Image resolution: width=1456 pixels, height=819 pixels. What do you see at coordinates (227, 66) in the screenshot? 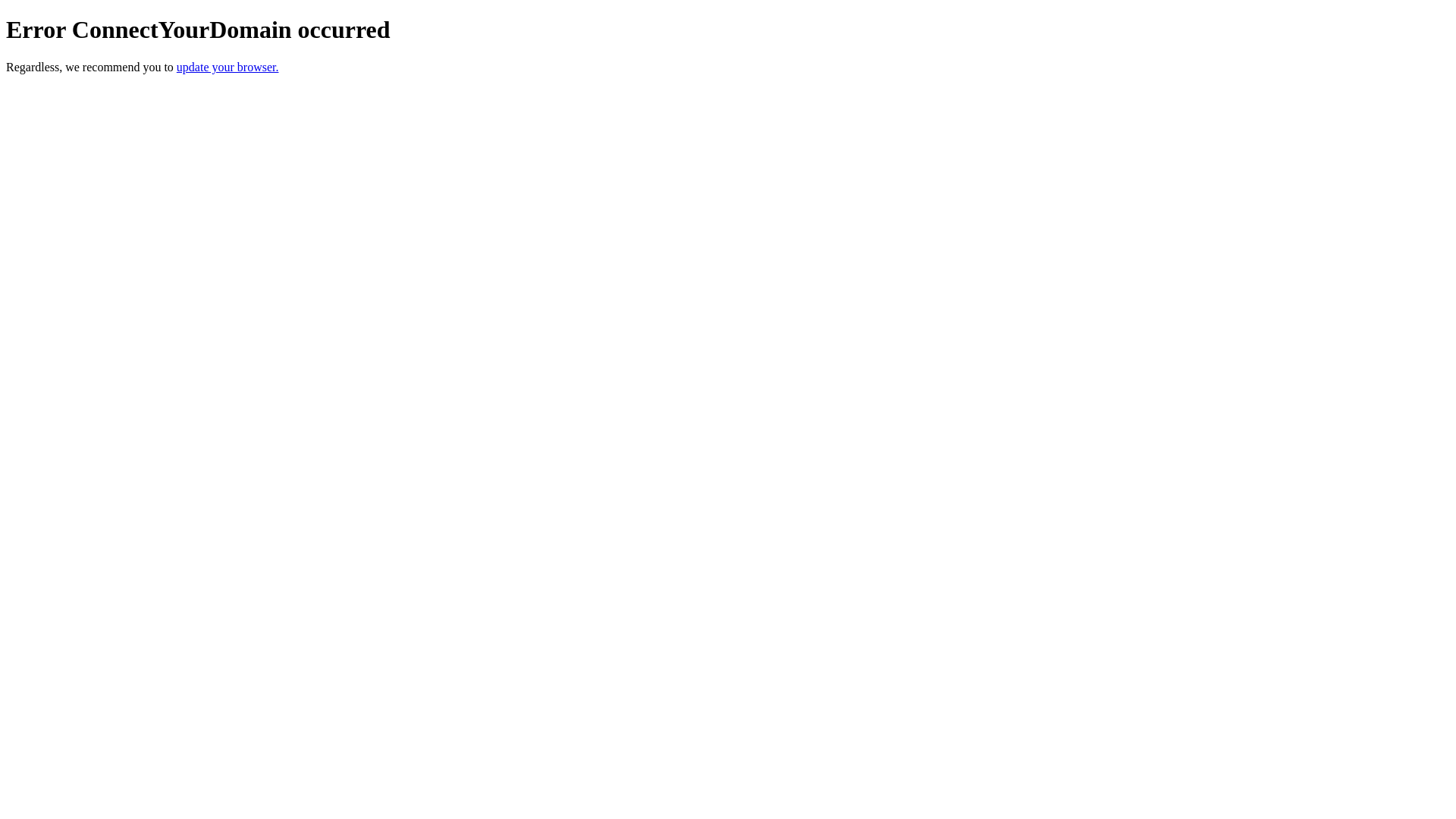
I see `'update your browser.'` at bounding box center [227, 66].